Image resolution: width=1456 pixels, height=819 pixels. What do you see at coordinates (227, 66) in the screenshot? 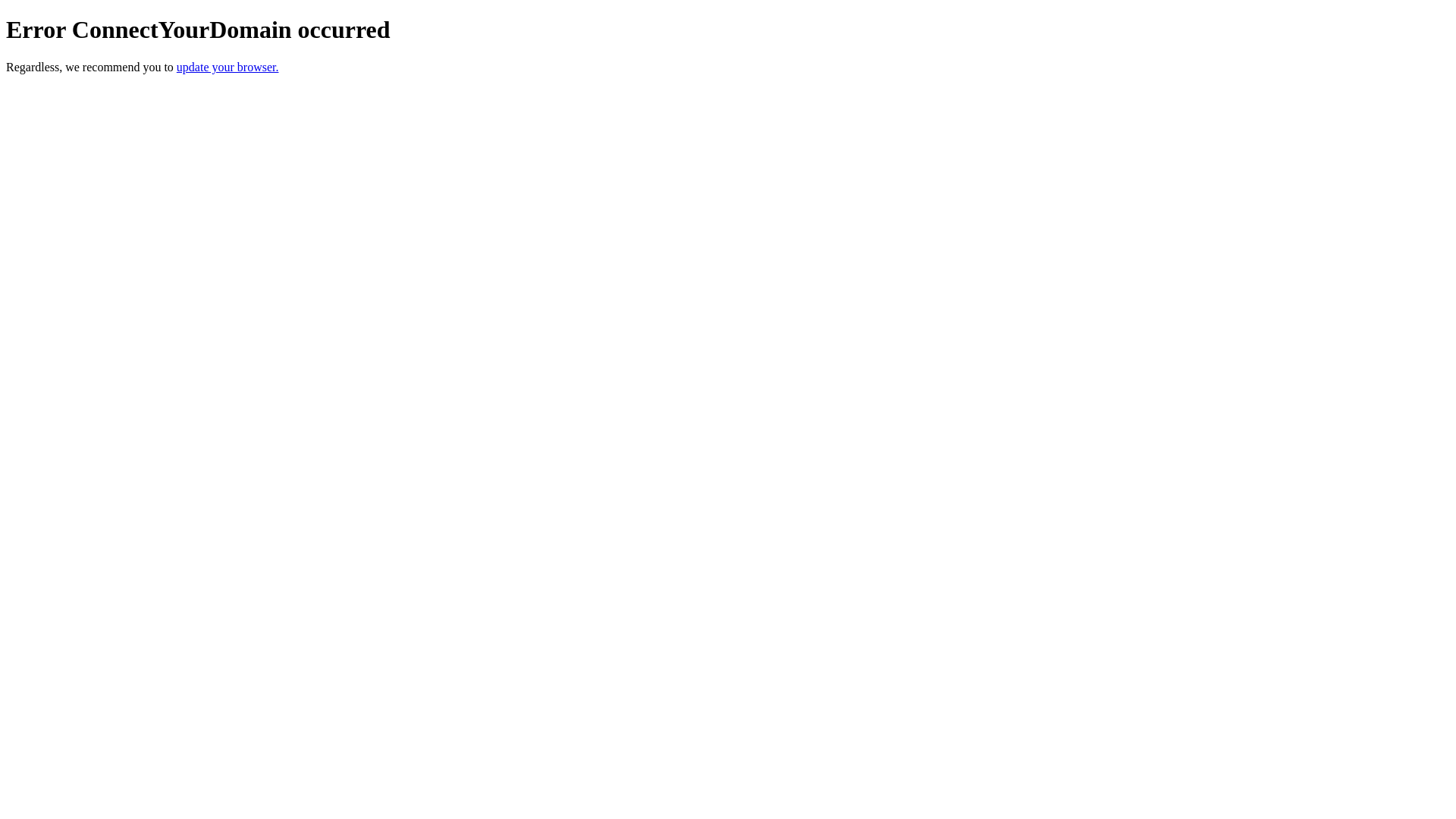
I see `'update your browser.'` at bounding box center [227, 66].